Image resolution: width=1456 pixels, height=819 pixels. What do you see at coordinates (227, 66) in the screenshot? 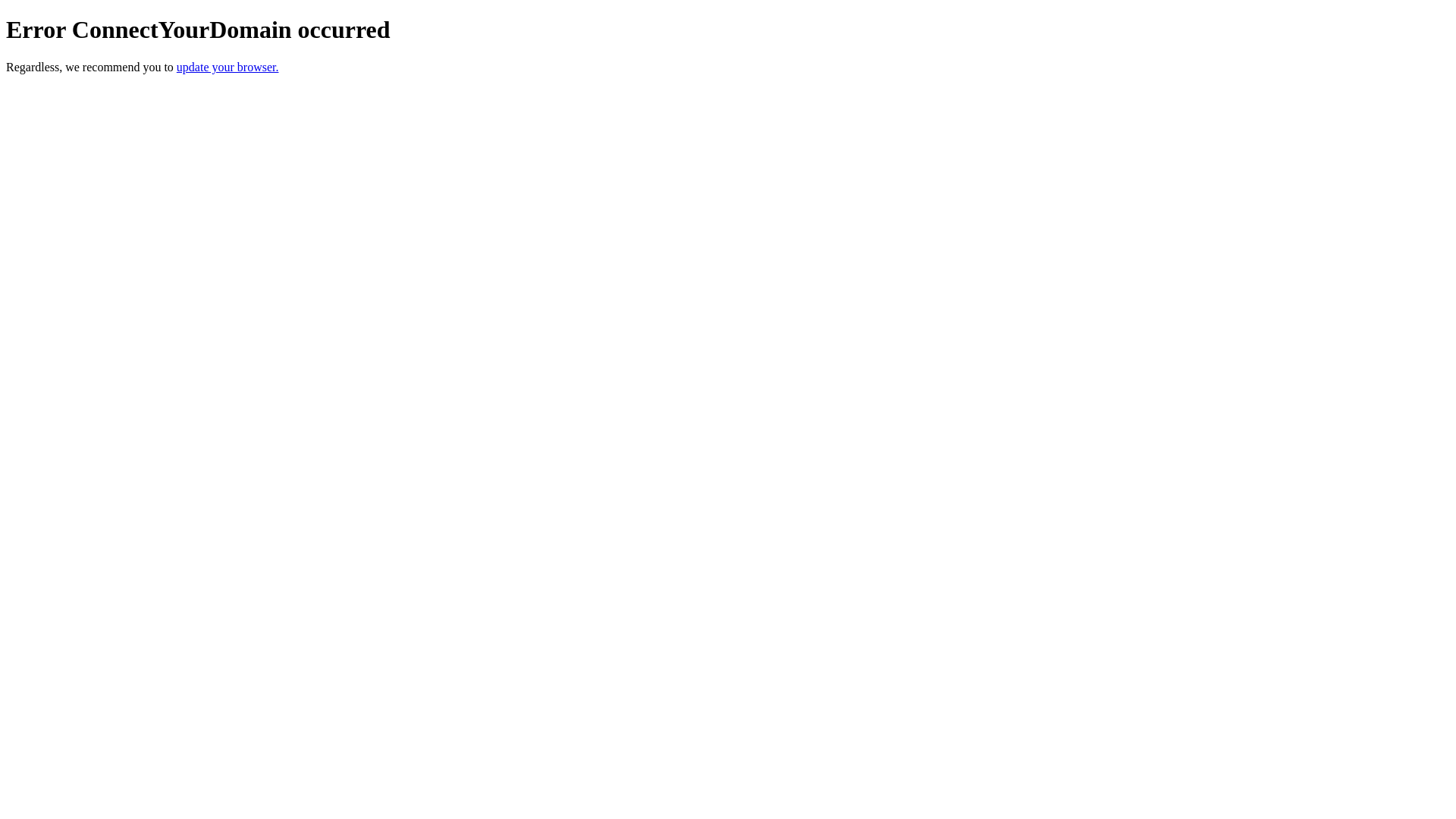
I see `'update your browser.'` at bounding box center [227, 66].